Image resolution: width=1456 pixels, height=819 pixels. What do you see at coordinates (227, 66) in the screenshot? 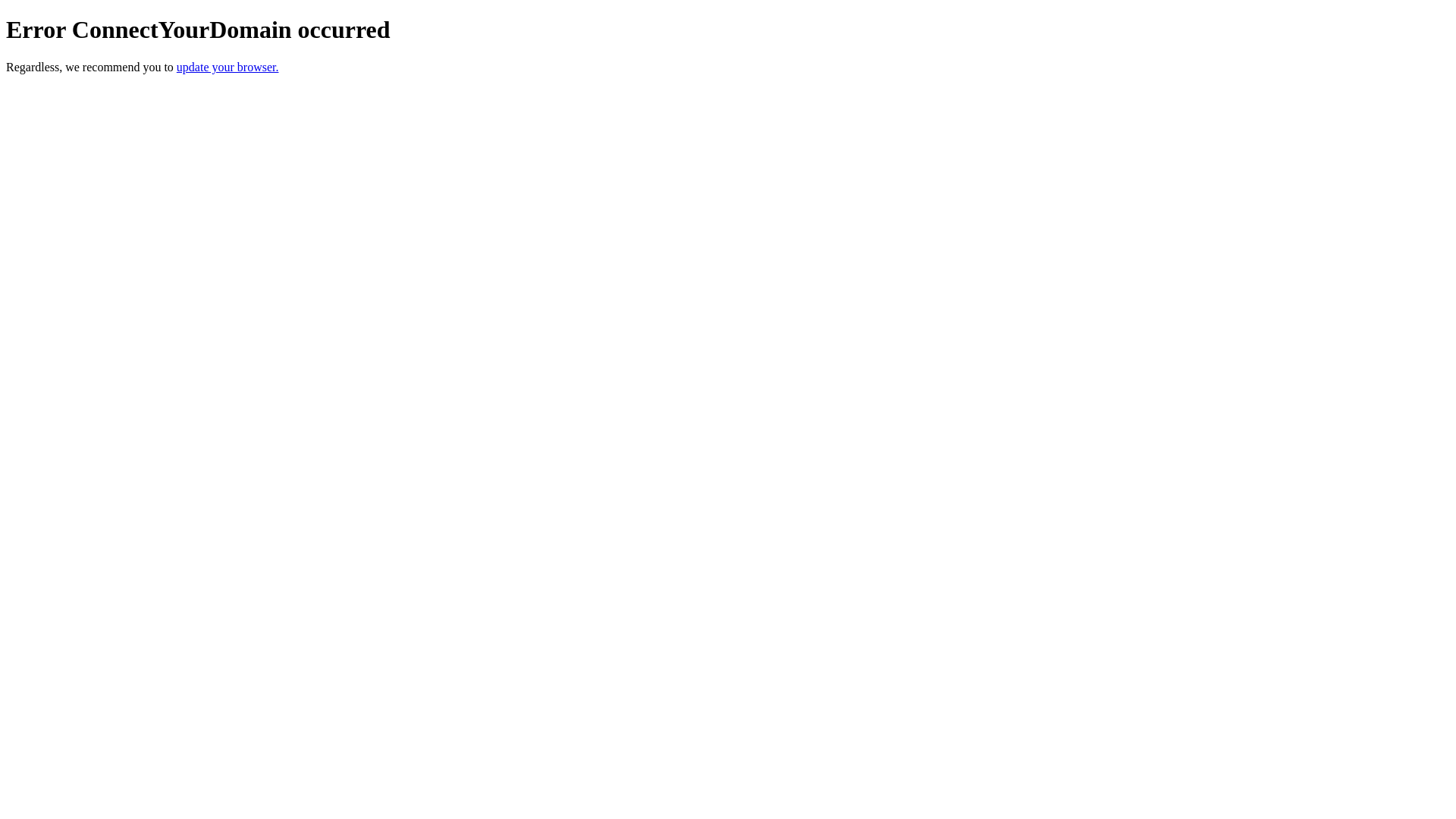
I see `'update your browser.'` at bounding box center [227, 66].